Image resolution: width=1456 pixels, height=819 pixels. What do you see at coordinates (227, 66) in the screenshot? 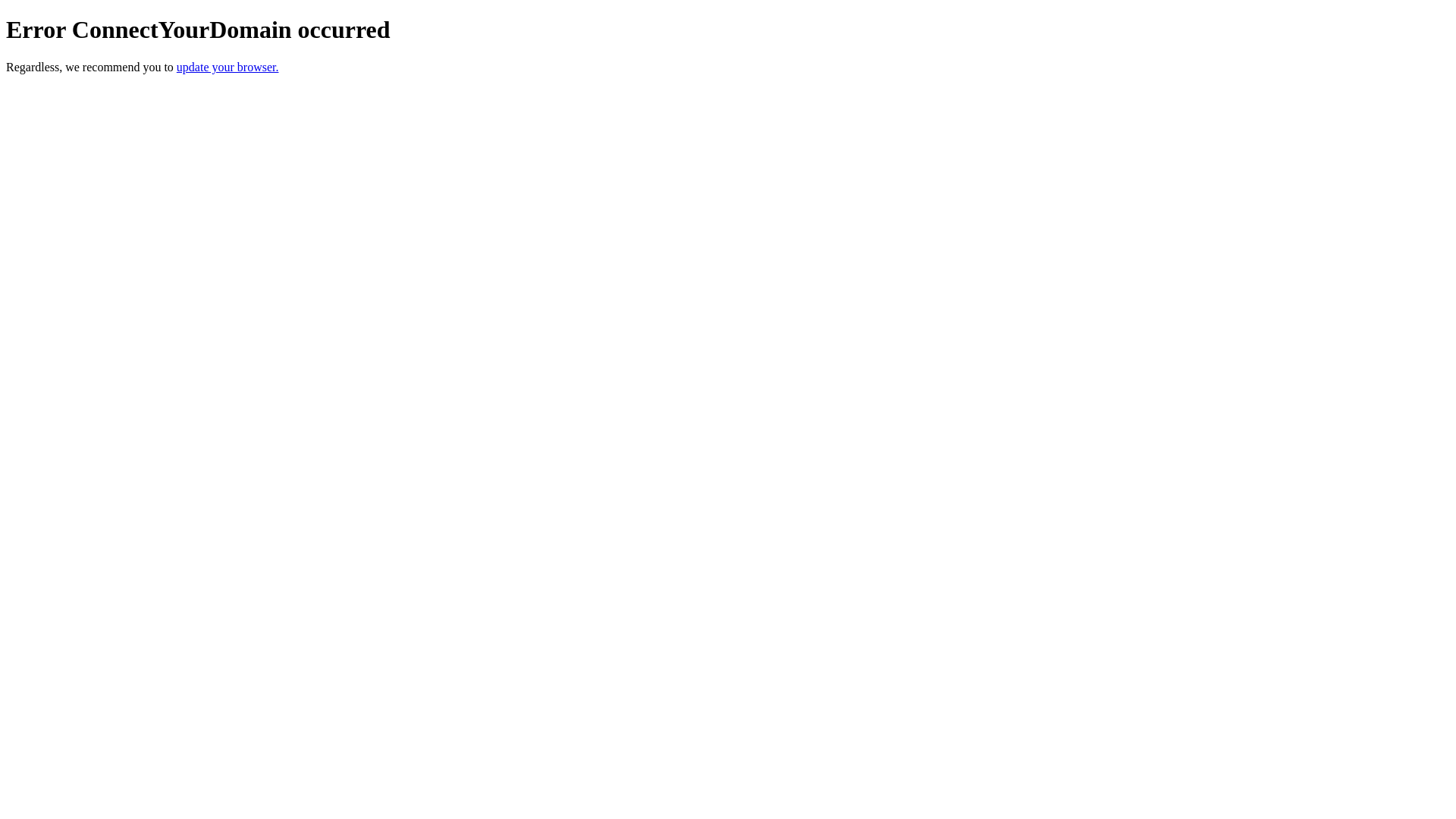
I see `'update your browser.'` at bounding box center [227, 66].